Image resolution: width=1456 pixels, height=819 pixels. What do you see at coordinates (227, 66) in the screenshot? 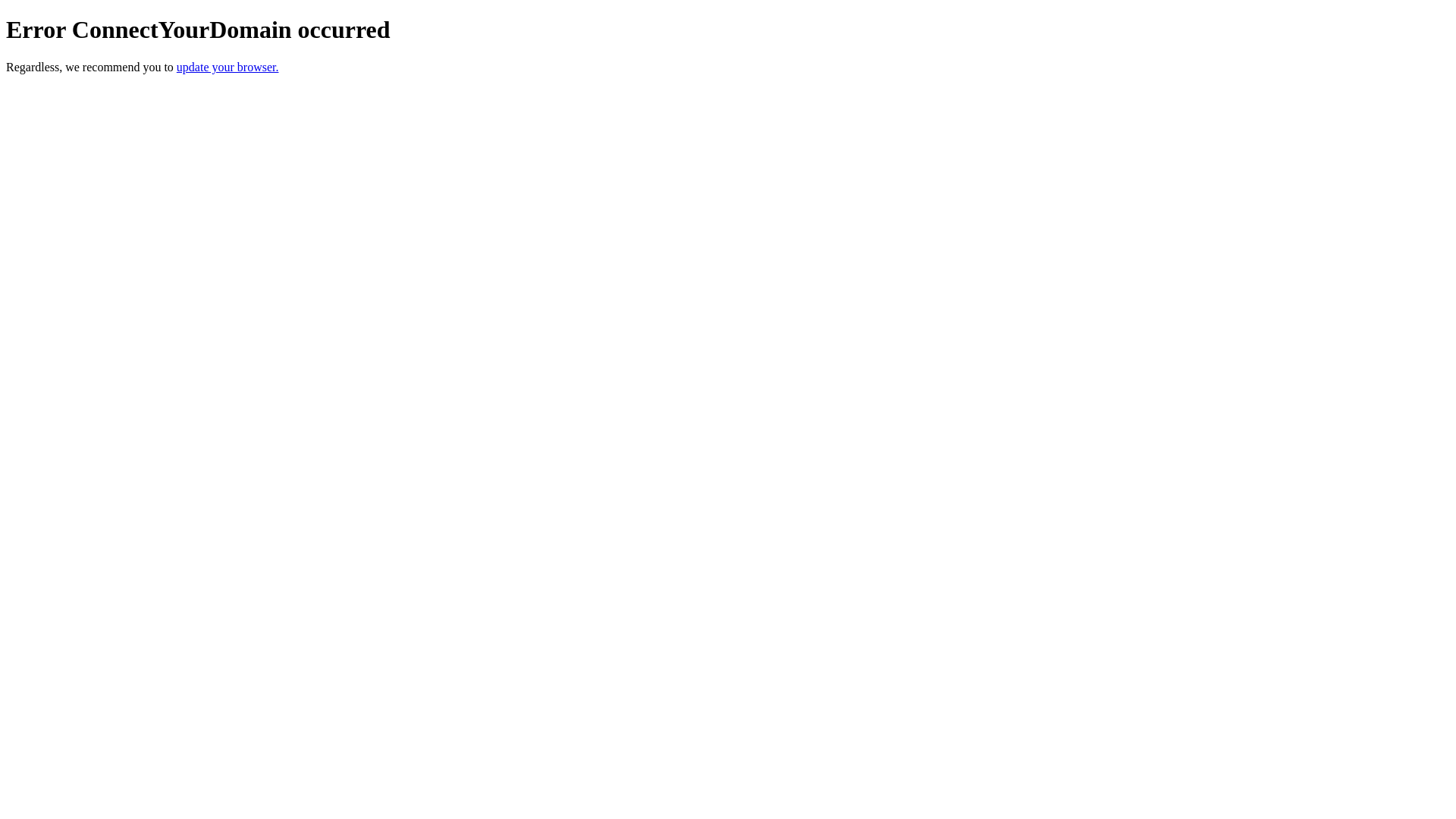
I see `'update your browser.'` at bounding box center [227, 66].